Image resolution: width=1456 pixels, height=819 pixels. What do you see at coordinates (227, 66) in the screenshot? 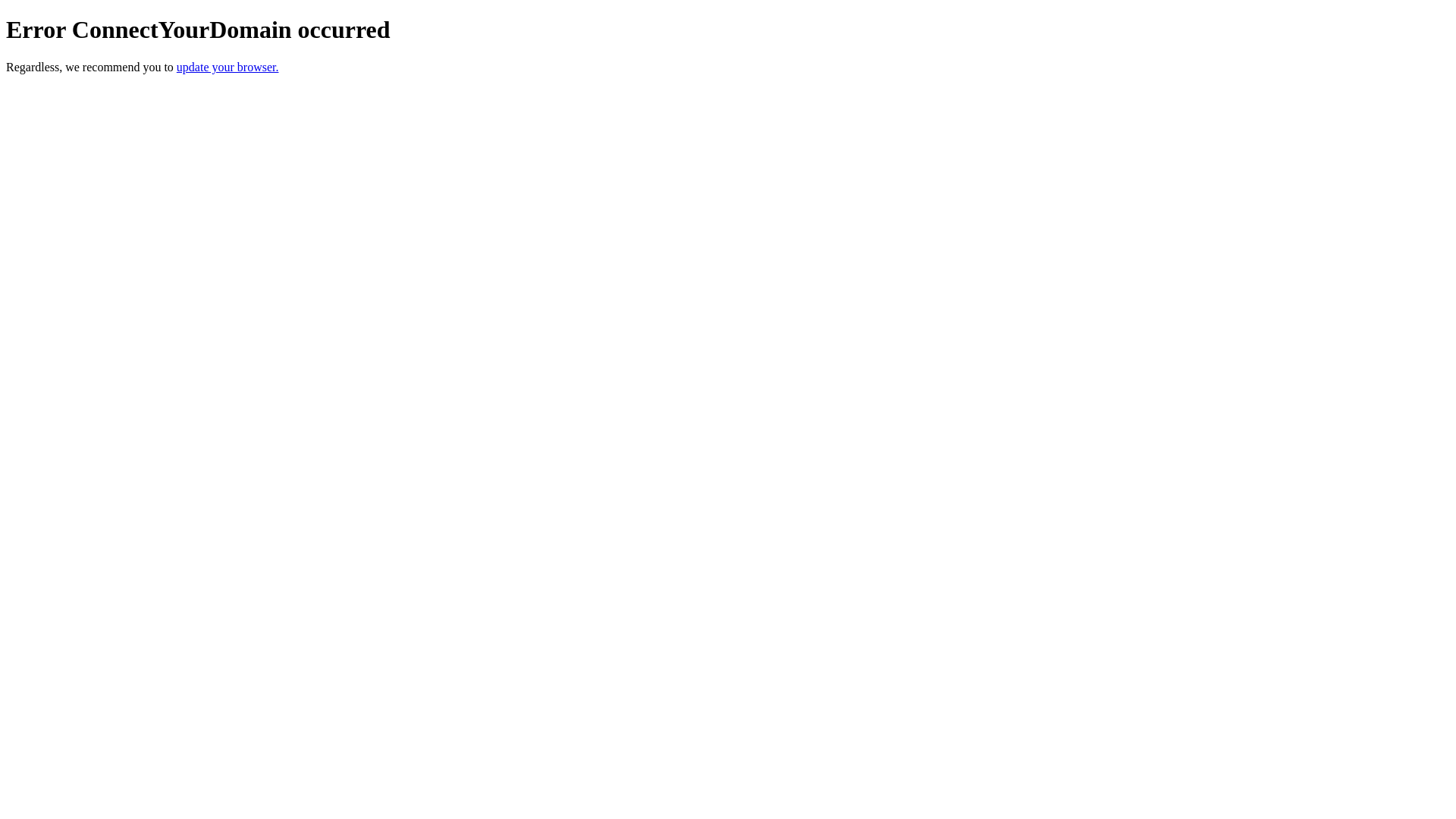
I see `'update your browser.'` at bounding box center [227, 66].